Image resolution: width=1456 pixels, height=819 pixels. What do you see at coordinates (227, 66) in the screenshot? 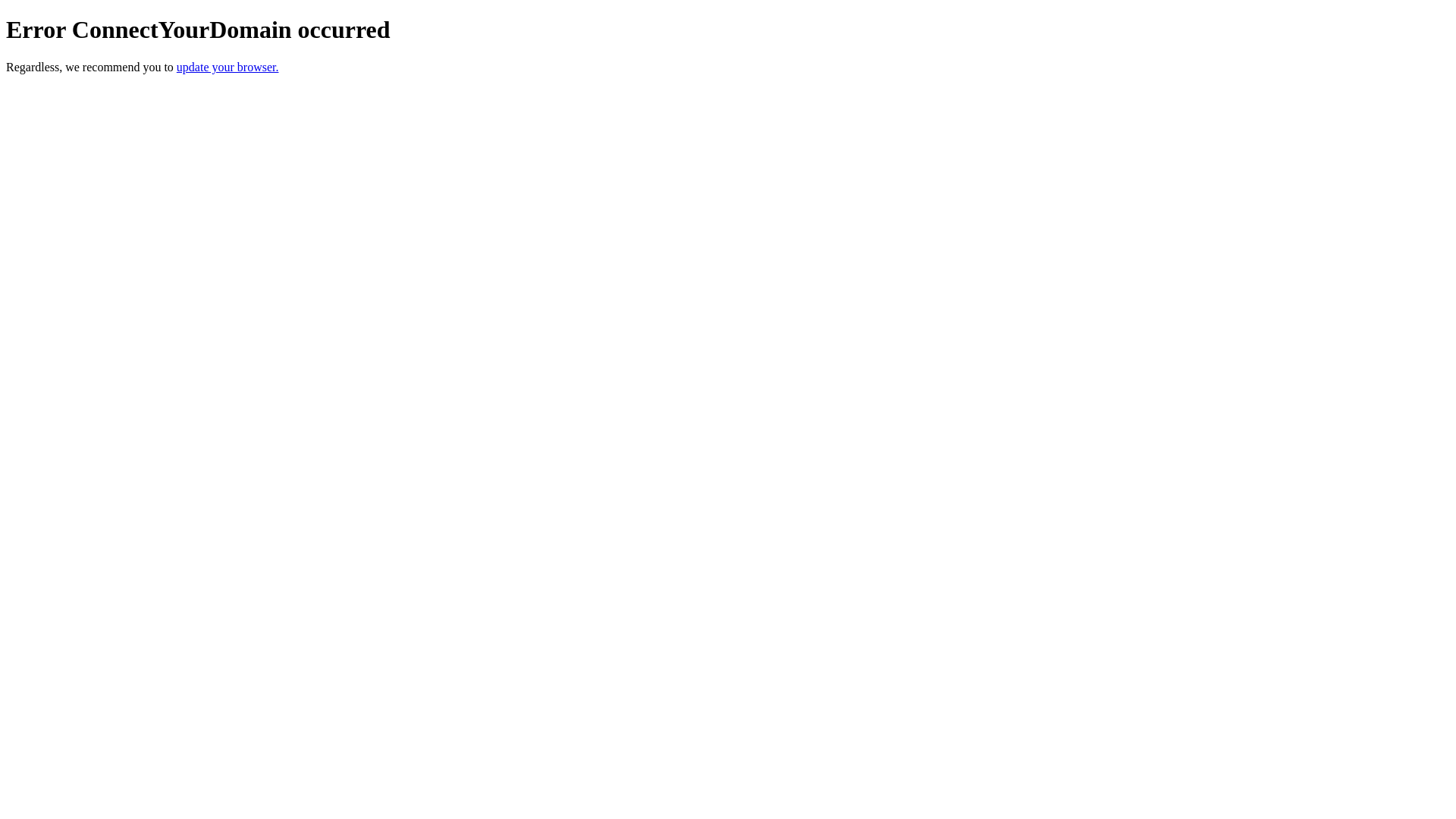
I see `'update your browser.'` at bounding box center [227, 66].